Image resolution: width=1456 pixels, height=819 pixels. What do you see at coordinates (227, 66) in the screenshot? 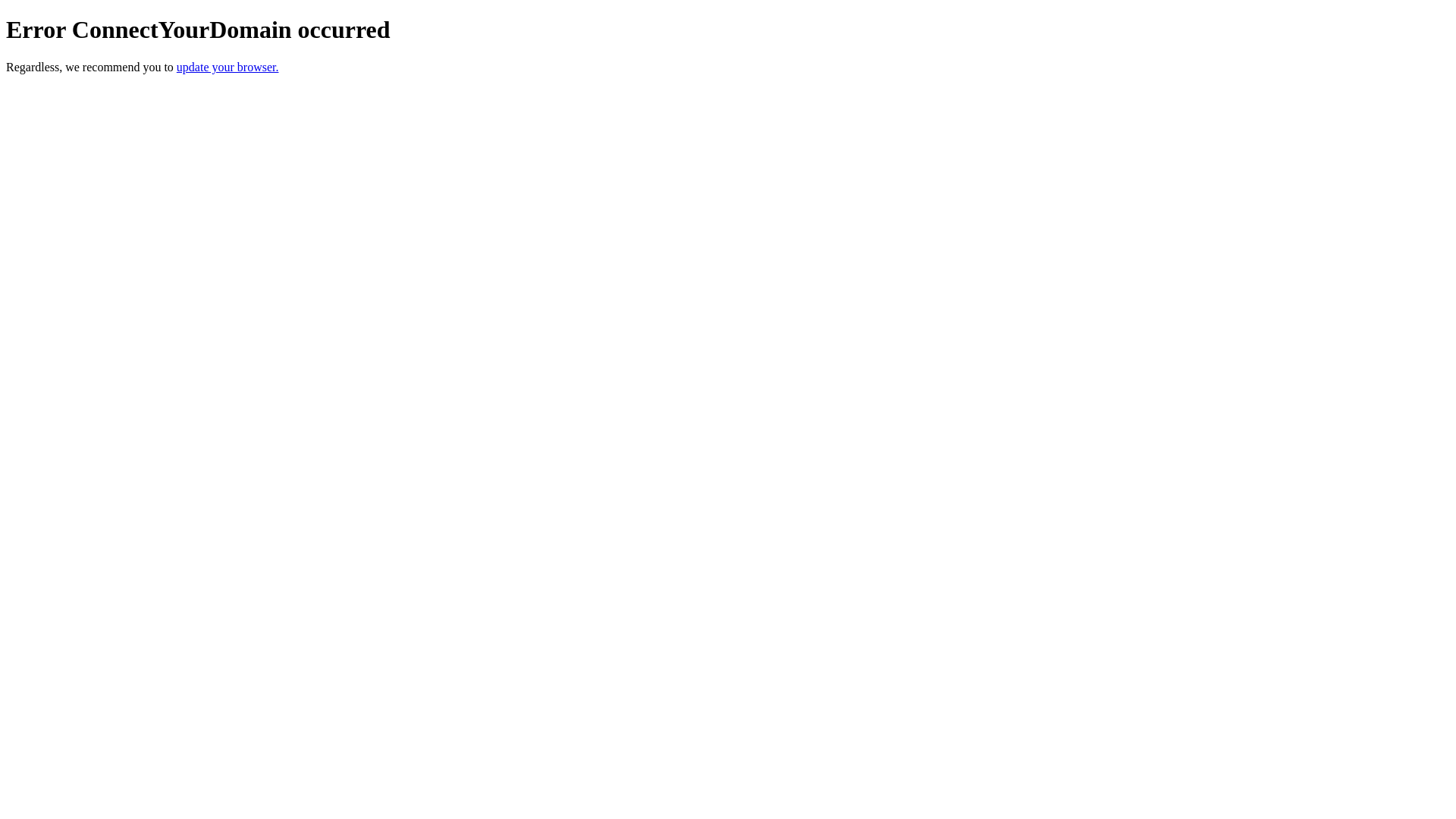
I see `'update your browser.'` at bounding box center [227, 66].